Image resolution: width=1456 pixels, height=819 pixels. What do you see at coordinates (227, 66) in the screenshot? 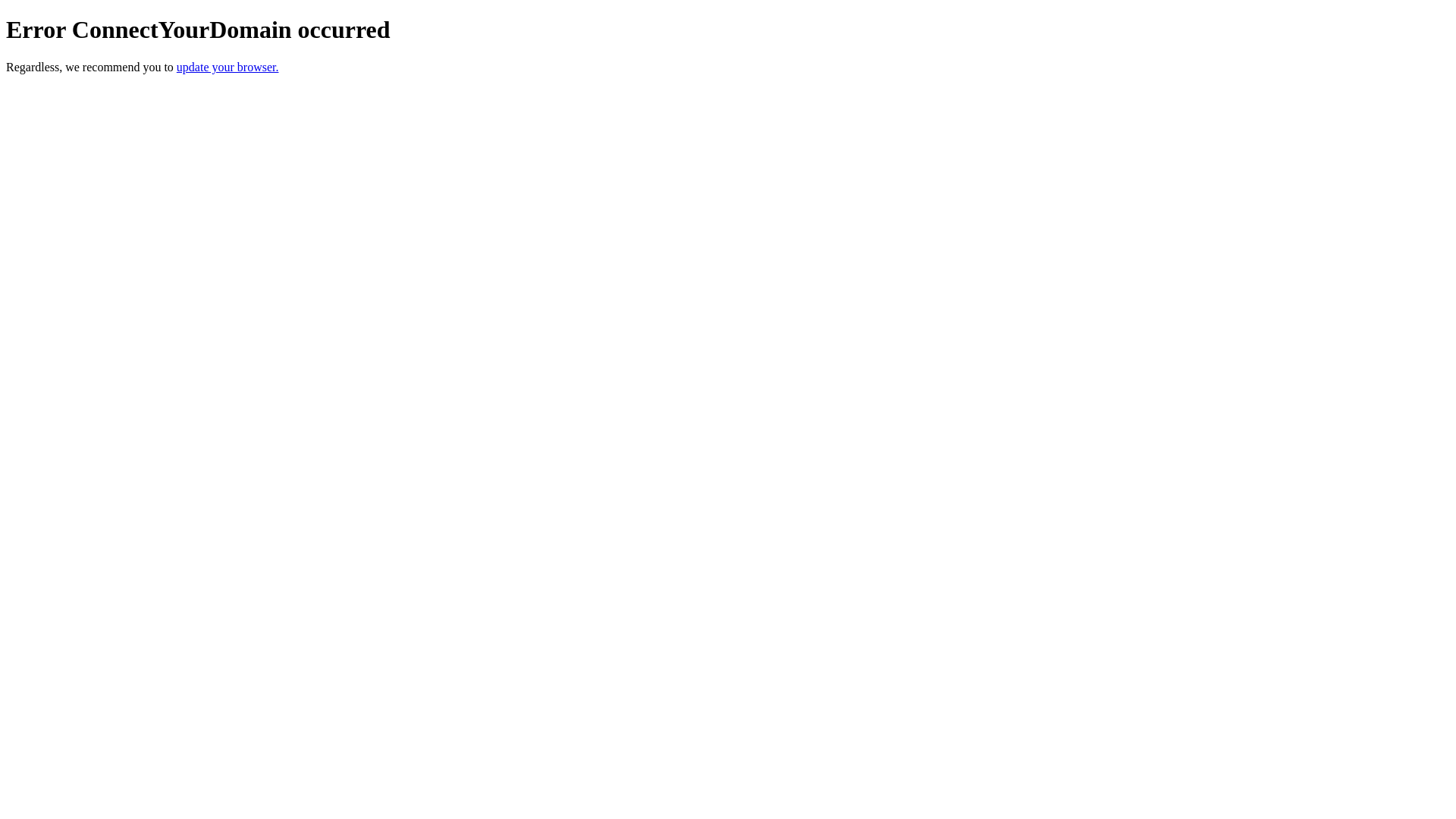
I see `'update your browser.'` at bounding box center [227, 66].